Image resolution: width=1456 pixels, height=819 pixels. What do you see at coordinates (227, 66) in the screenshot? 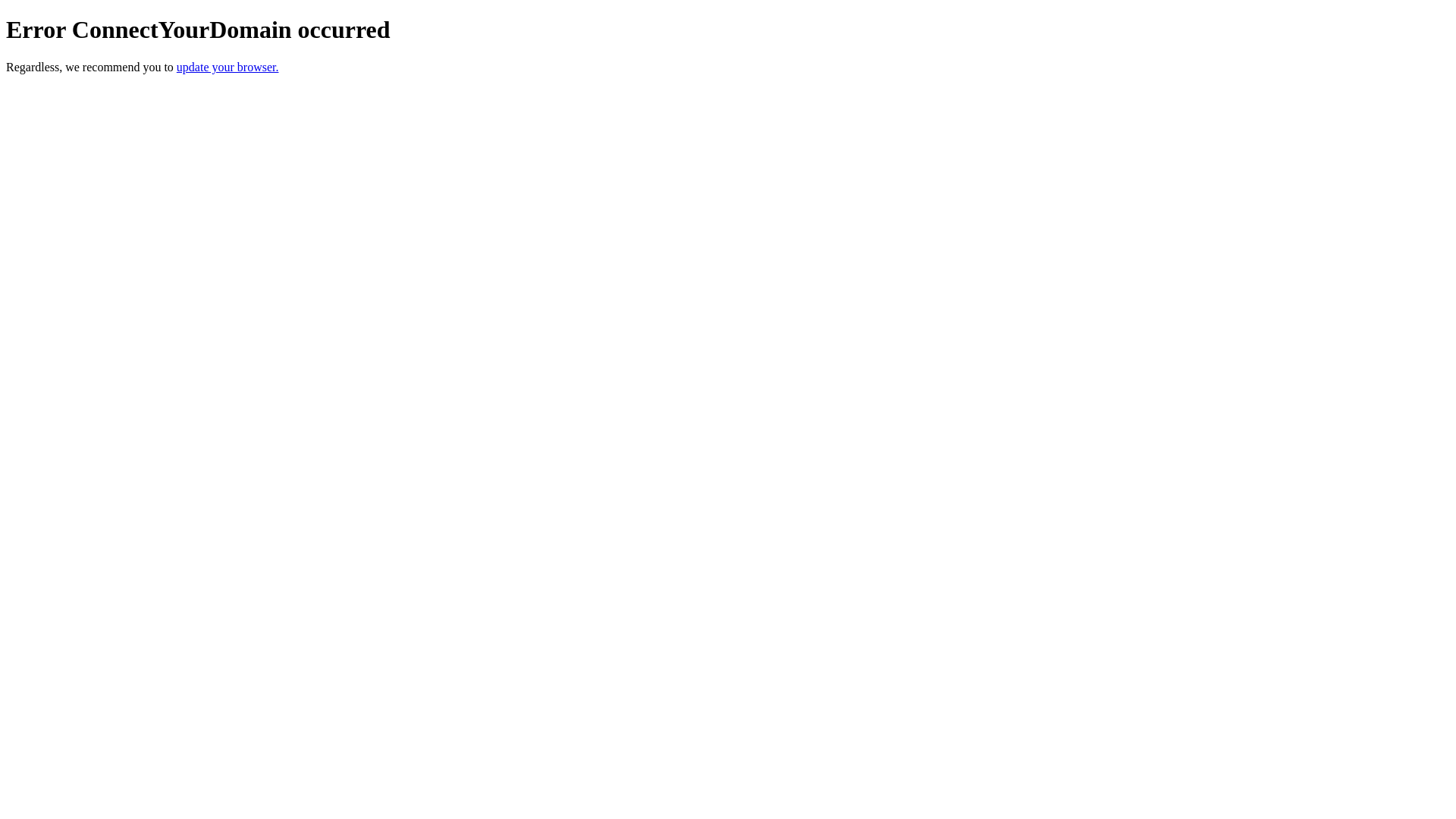
I see `'update your browser.'` at bounding box center [227, 66].